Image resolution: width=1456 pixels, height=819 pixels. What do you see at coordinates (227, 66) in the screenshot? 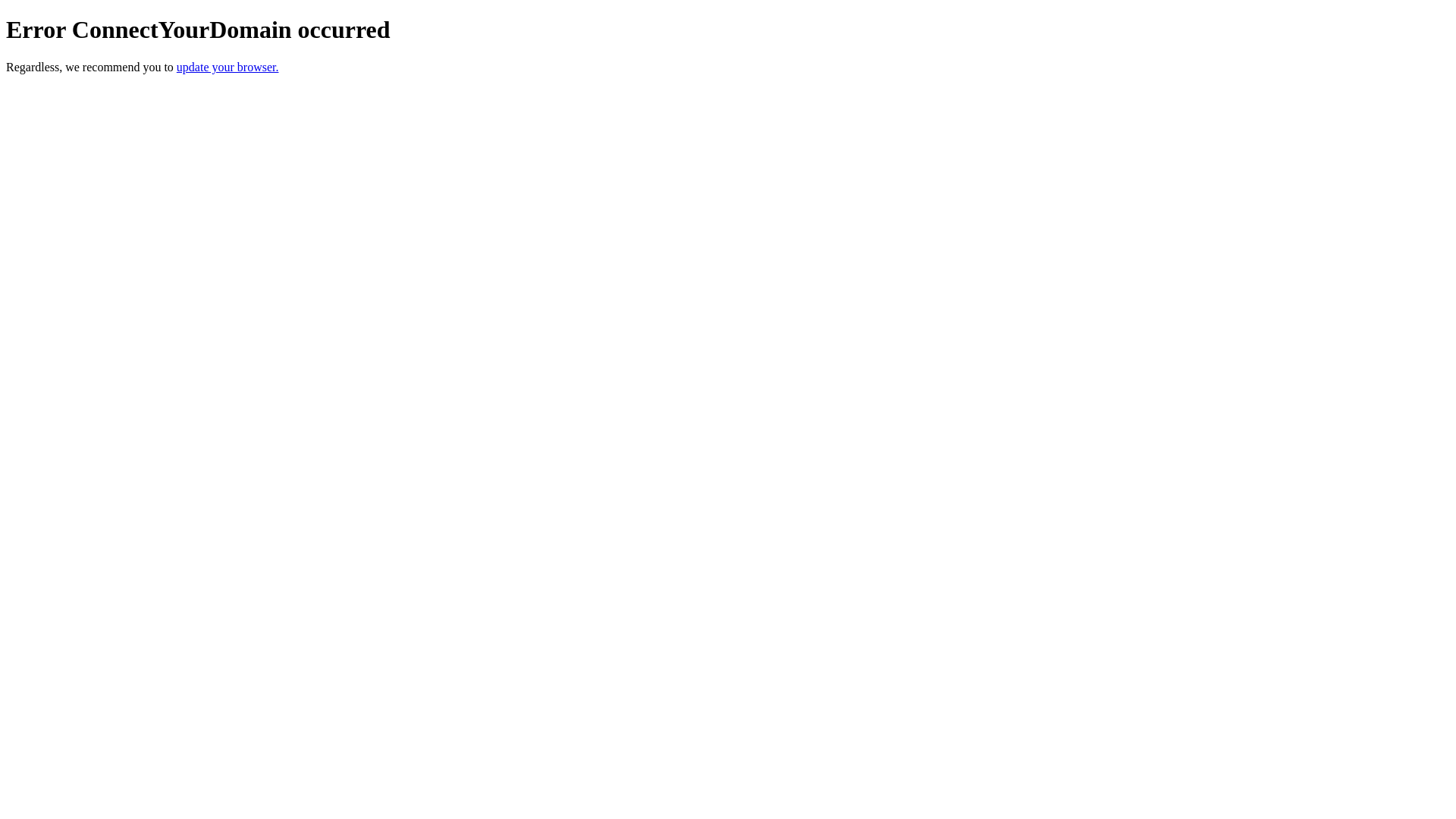
I see `'update your browser.'` at bounding box center [227, 66].